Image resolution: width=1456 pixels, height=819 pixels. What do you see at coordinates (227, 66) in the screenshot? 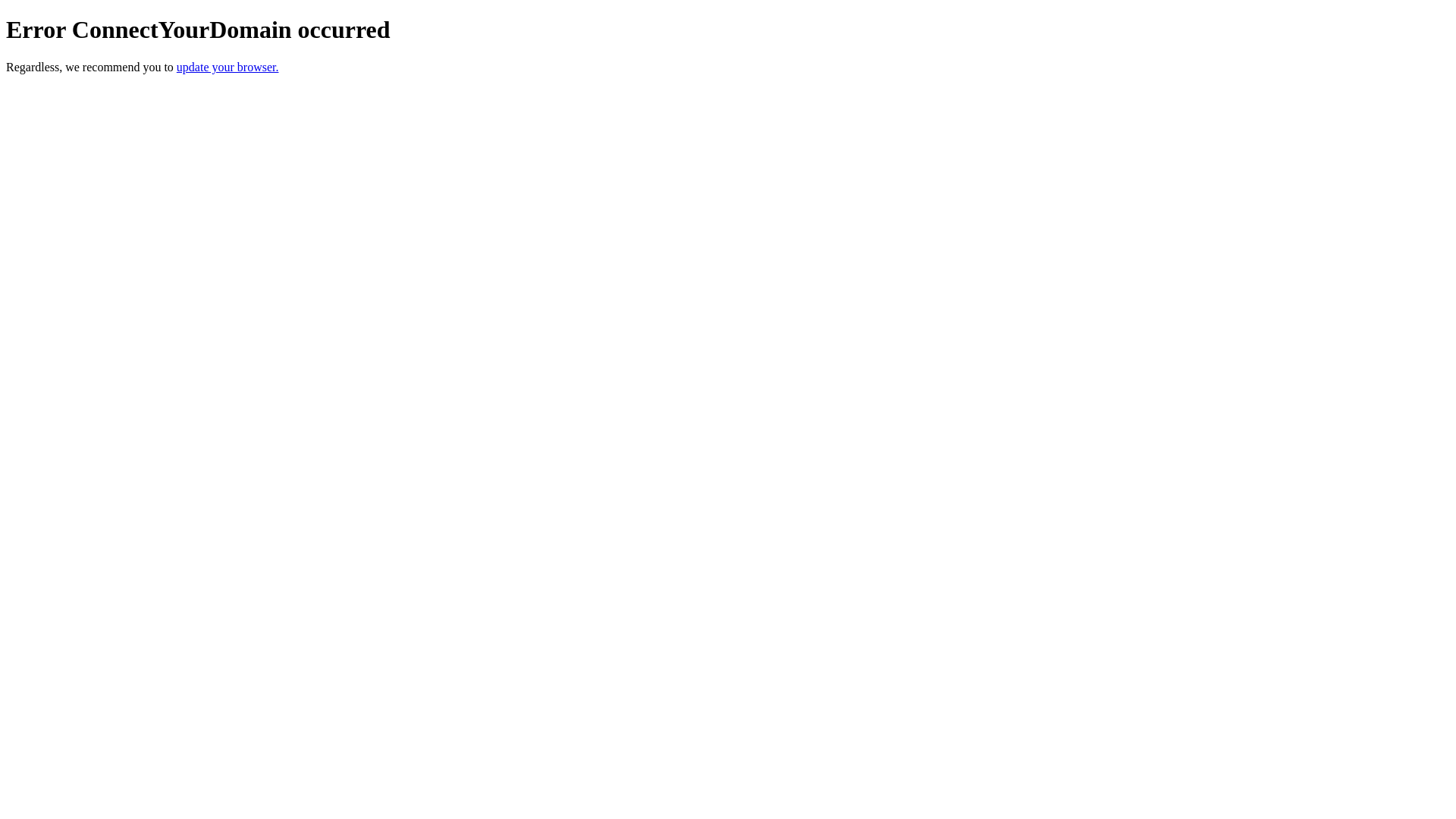
I see `'update your browser.'` at bounding box center [227, 66].